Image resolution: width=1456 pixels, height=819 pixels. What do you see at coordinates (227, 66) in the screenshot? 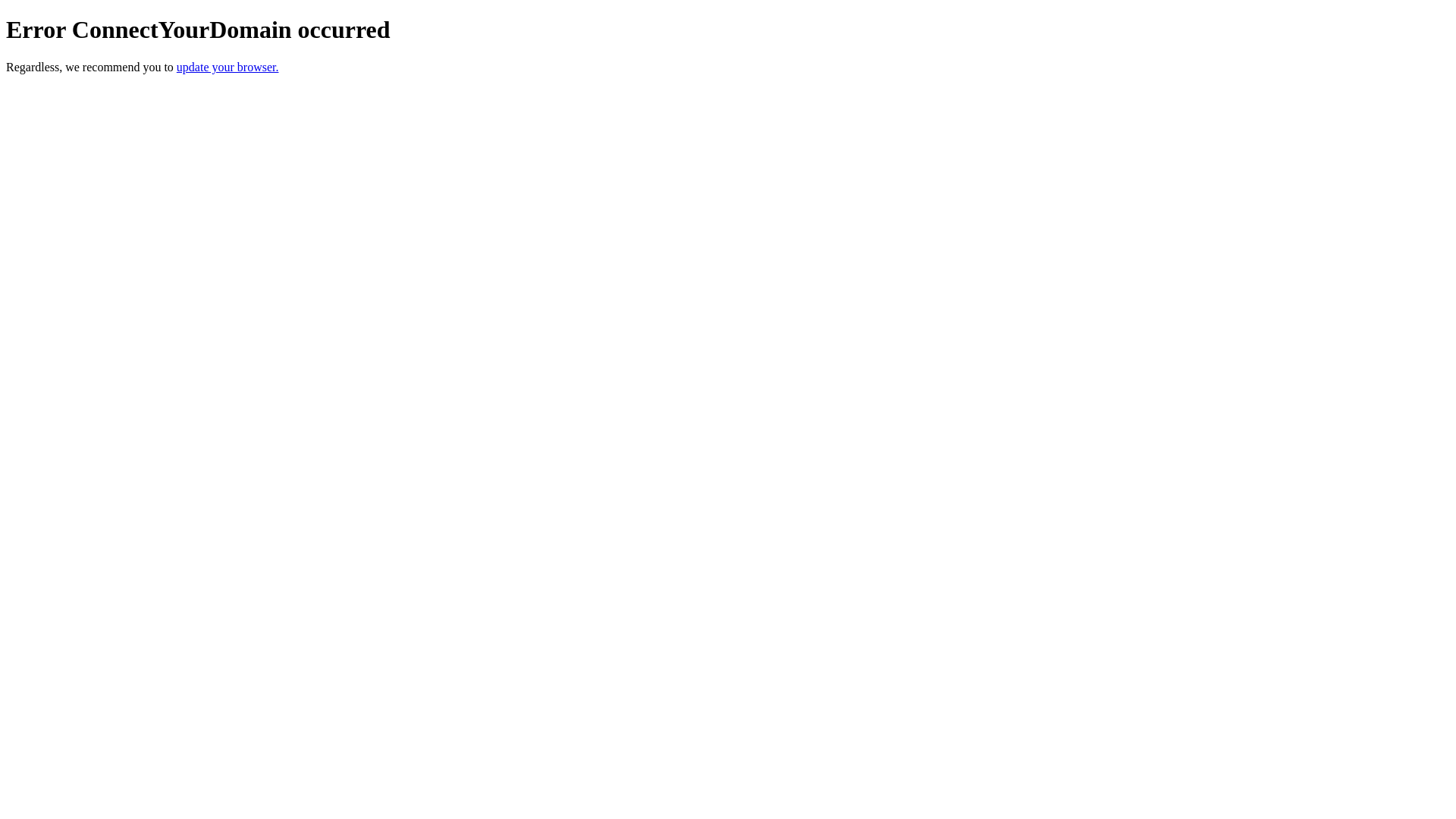
I see `'update your browser.'` at bounding box center [227, 66].